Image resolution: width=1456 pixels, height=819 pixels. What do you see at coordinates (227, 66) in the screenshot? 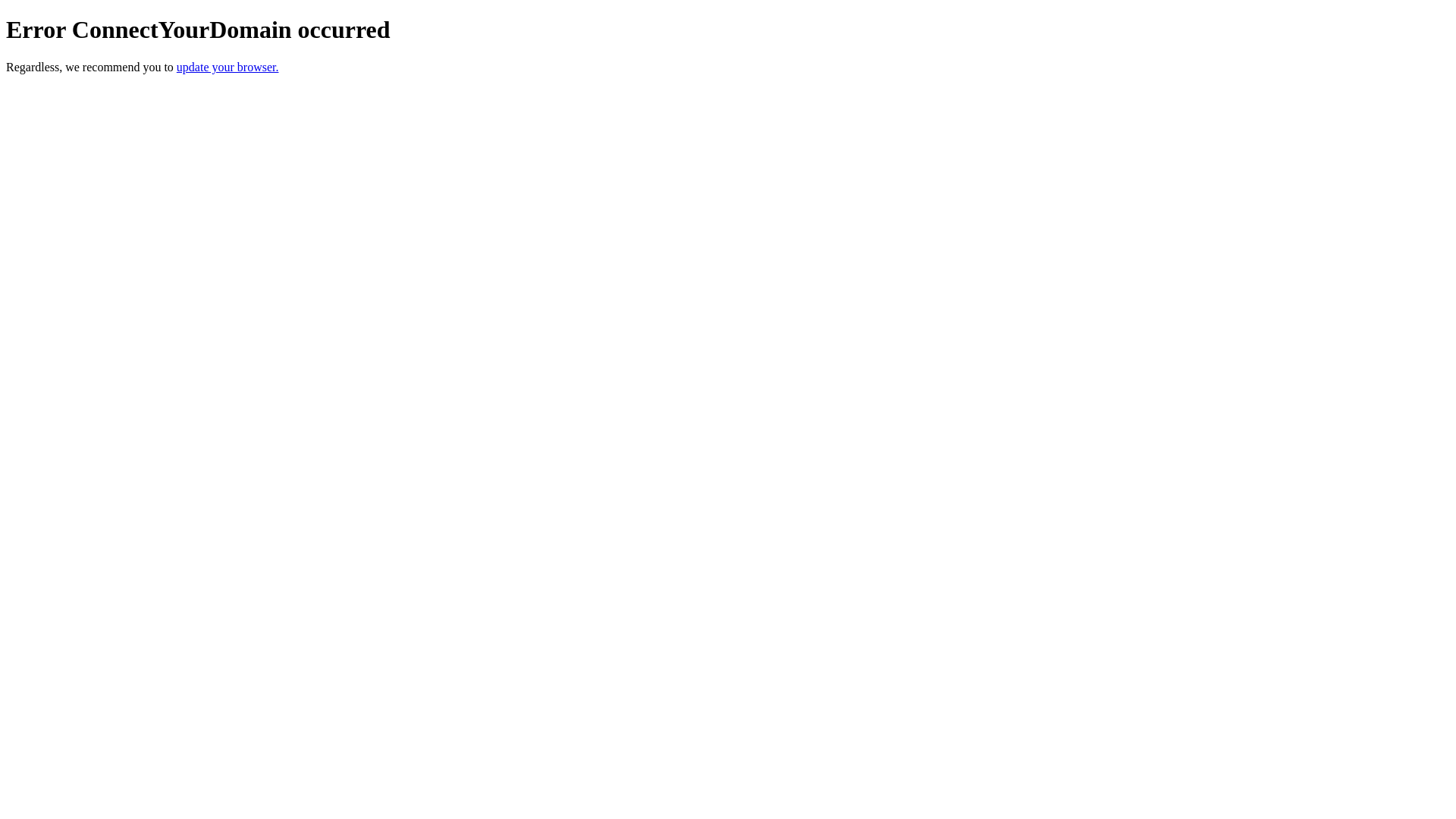
I see `'update your browser.'` at bounding box center [227, 66].